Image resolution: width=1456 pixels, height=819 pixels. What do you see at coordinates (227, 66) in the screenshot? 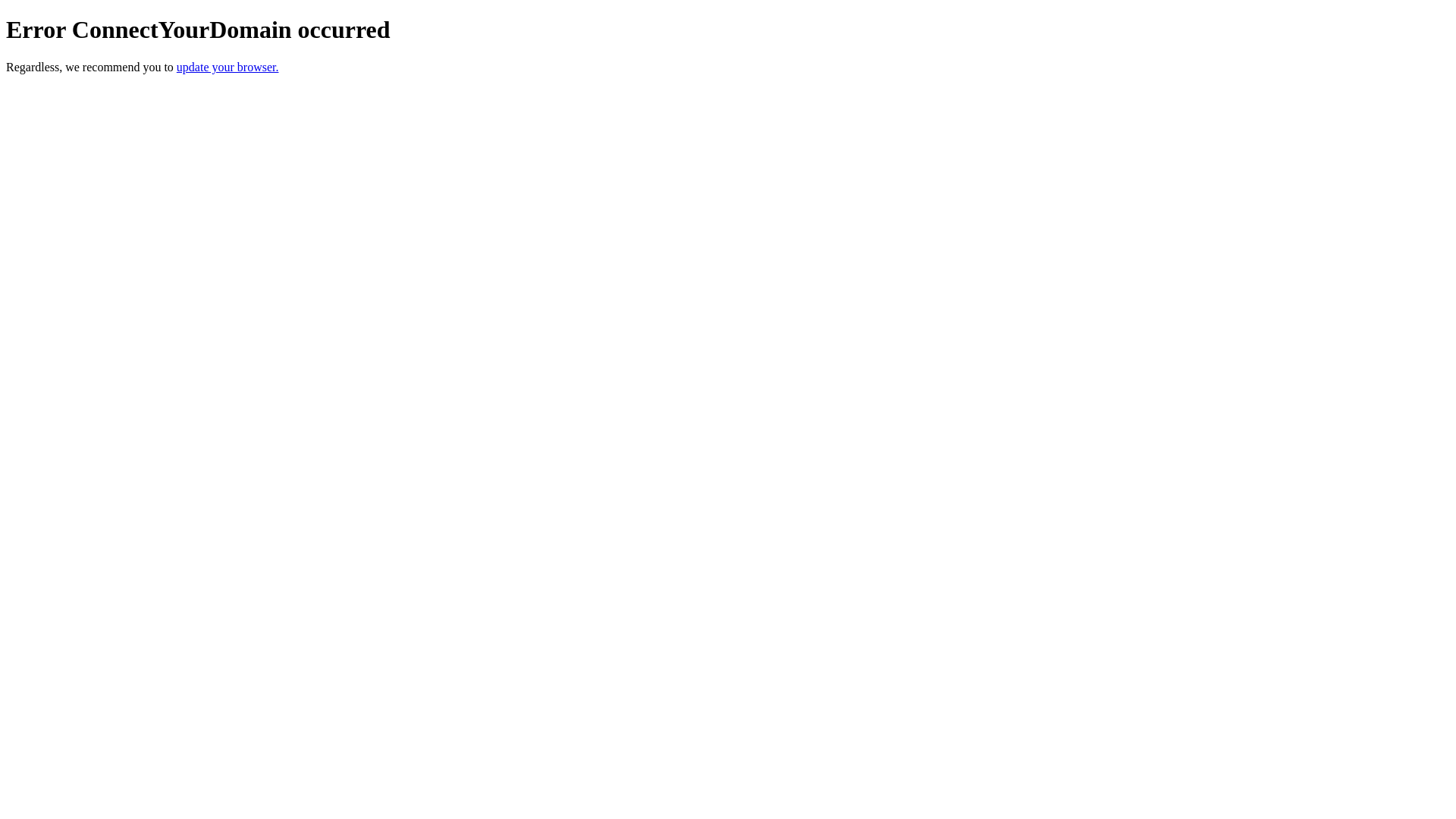
I see `'update your browser.'` at bounding box center [227, 66].